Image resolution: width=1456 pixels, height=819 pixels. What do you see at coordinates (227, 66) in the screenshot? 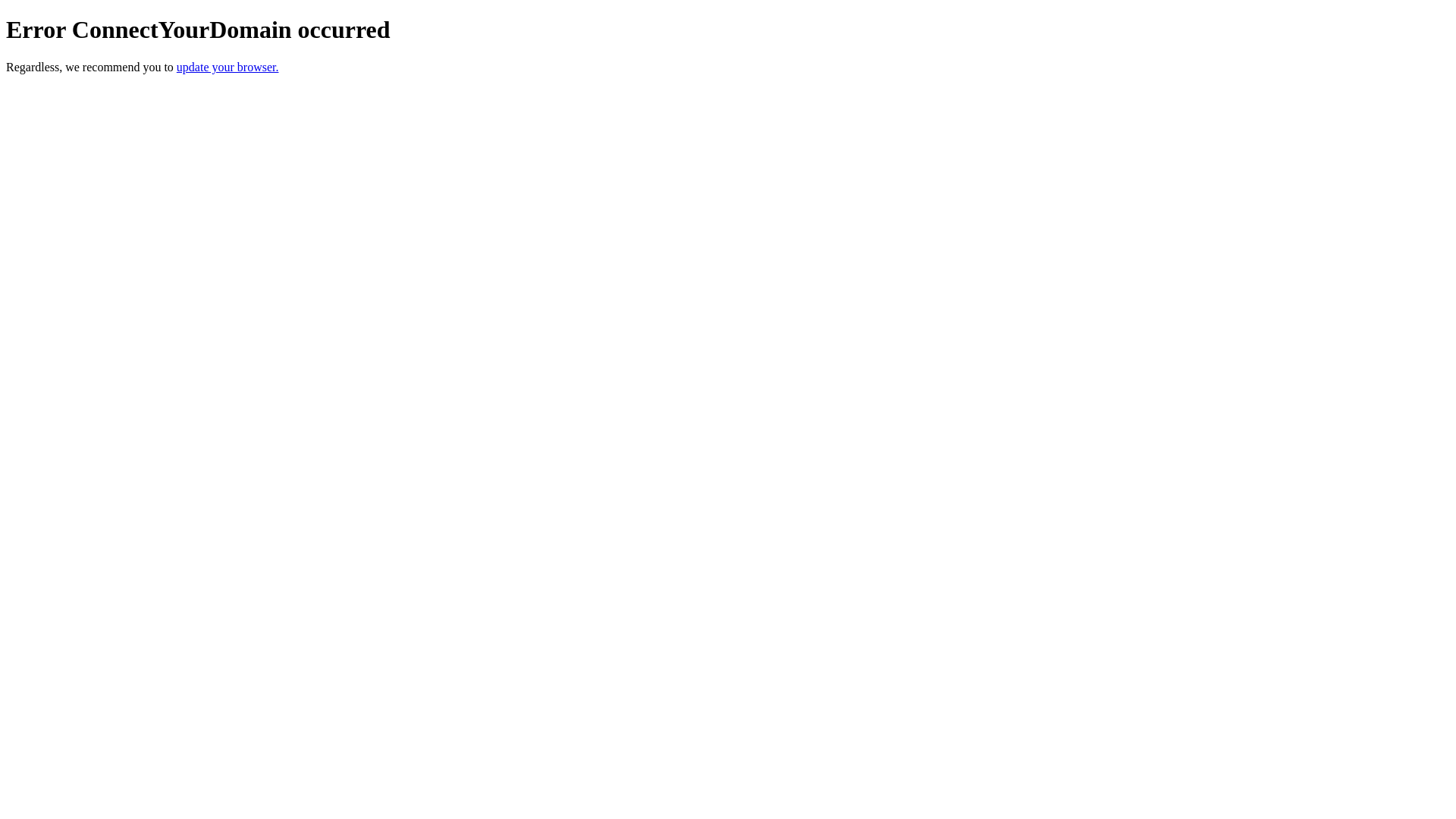
I see `'update your browser.'` at bounding box center [227, 66].